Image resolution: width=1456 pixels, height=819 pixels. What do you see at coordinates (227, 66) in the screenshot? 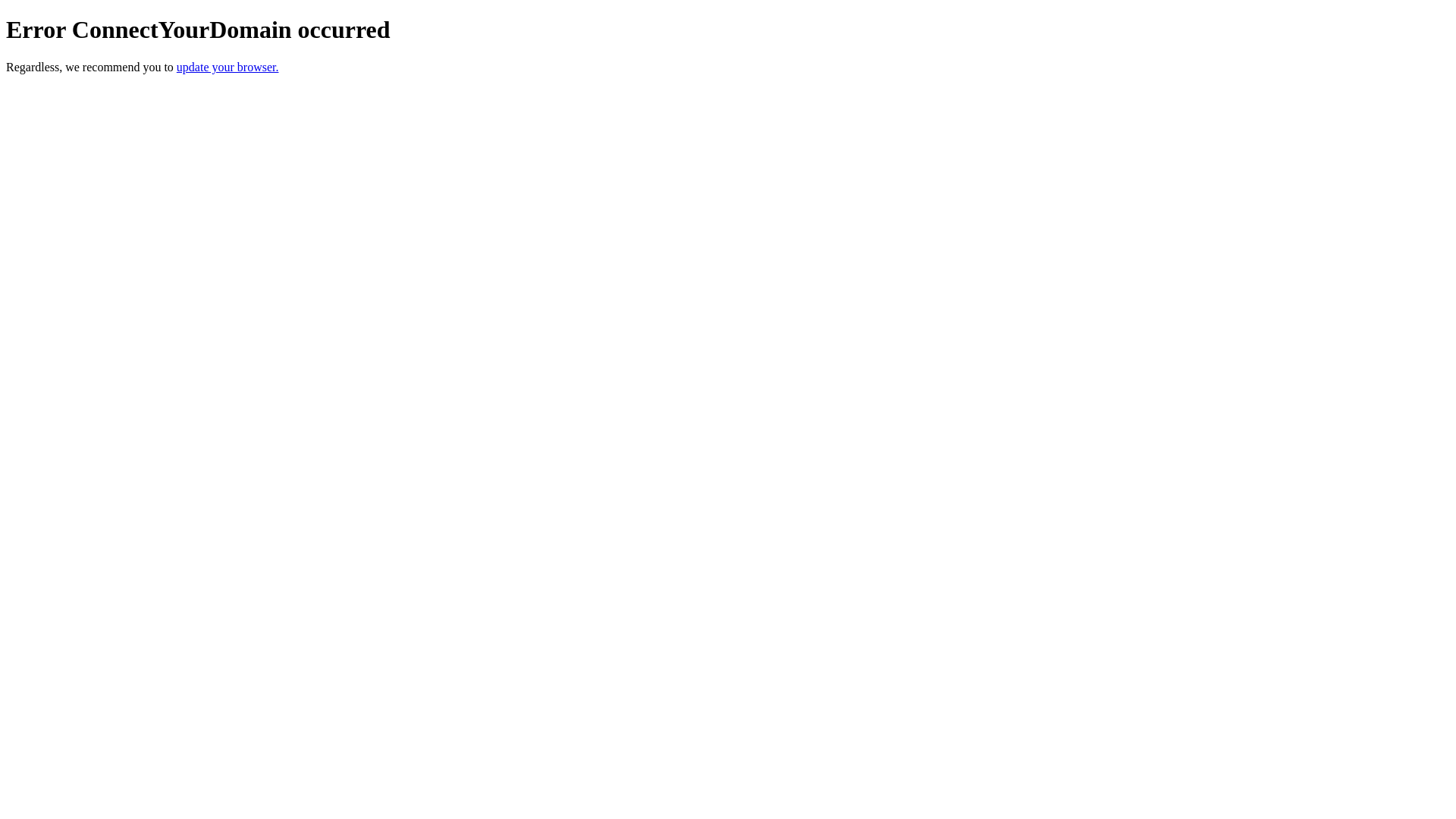
I see `'update your browser.'` at bounding box center [227, 66].